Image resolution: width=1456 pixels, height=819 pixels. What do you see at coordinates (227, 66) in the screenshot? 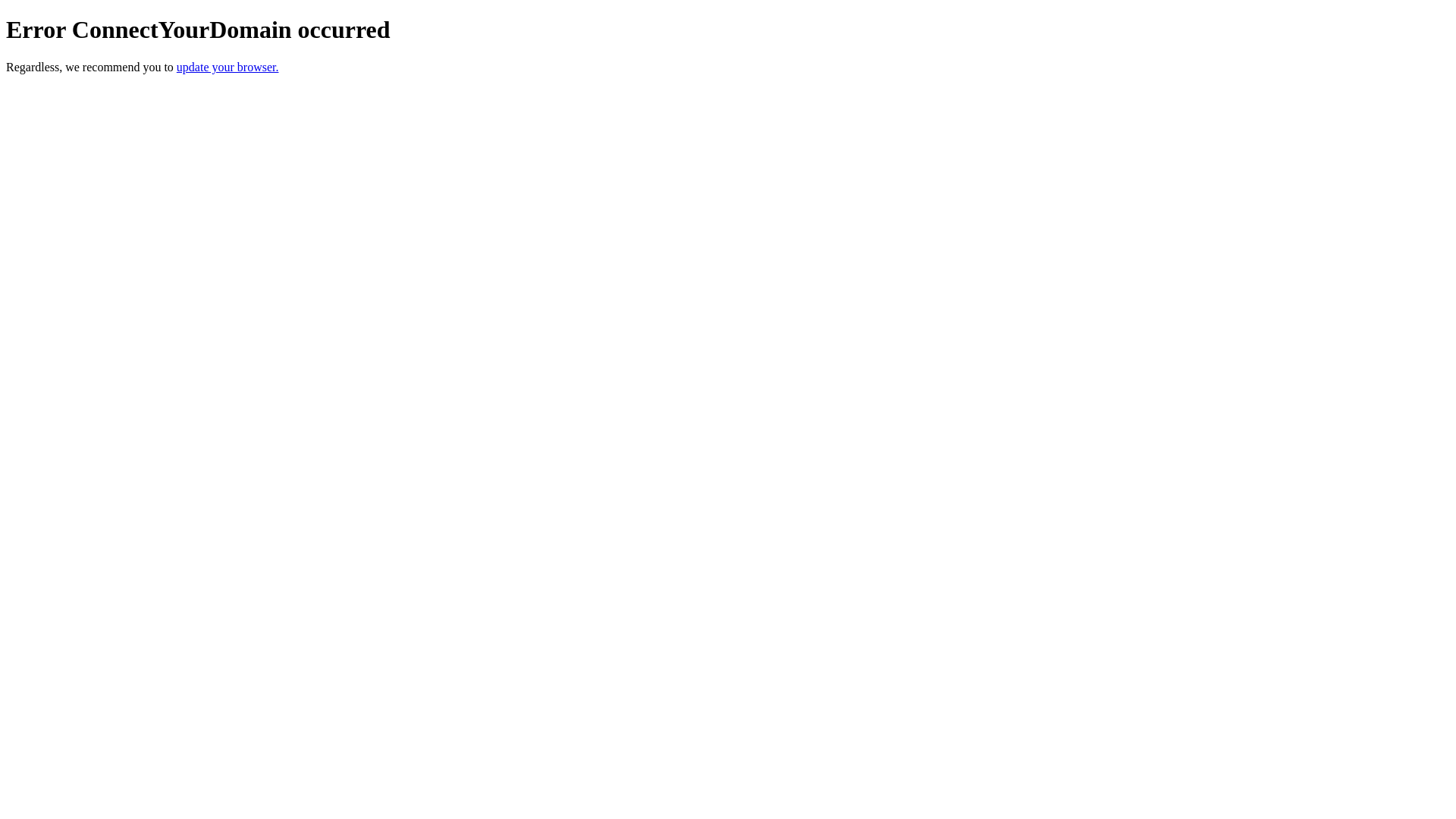
I see `'update your browser.'` at bounding box center [227, 66].